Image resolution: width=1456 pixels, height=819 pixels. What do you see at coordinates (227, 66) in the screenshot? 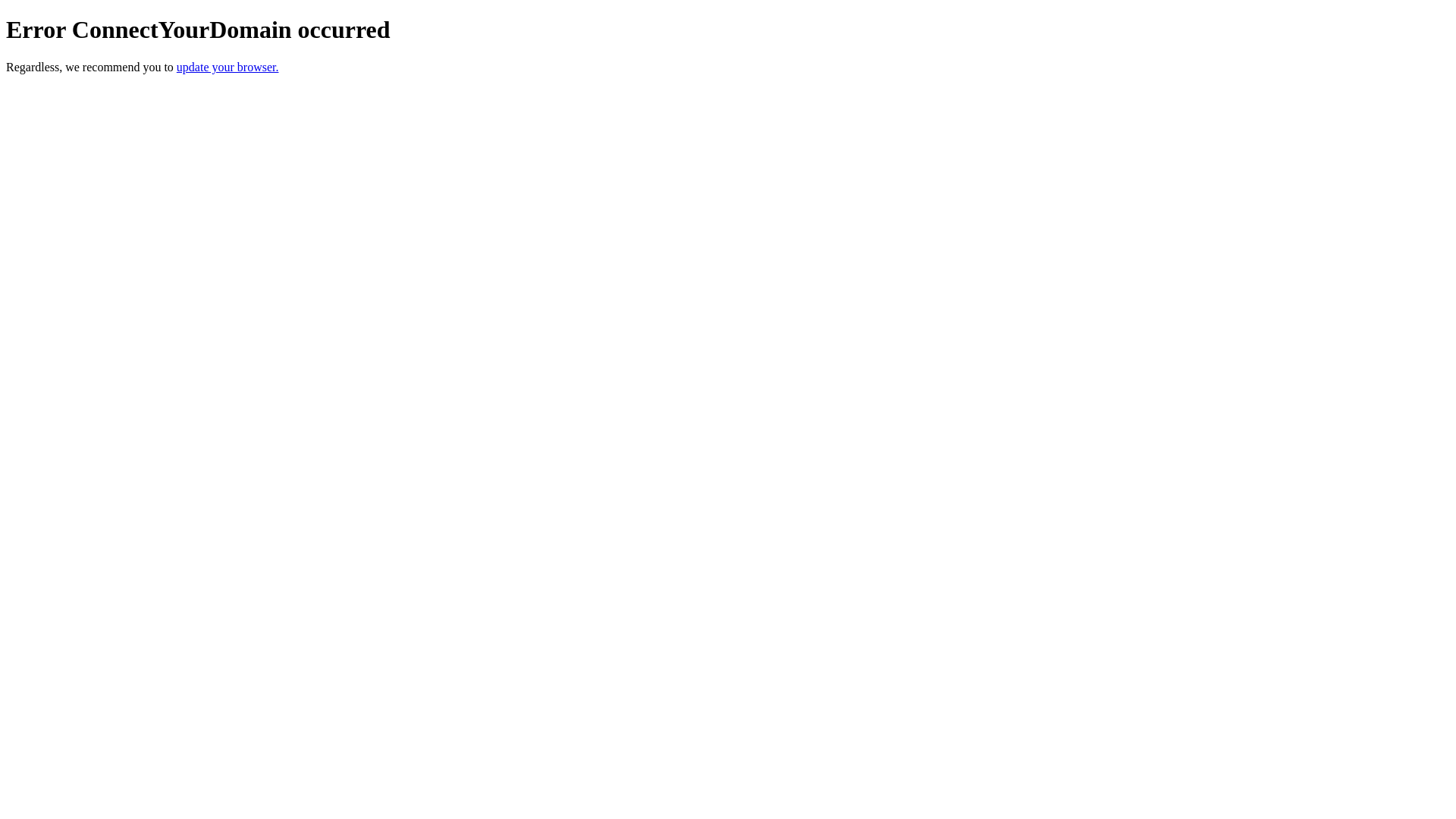
I see `'update your browser.'` at bounding box center [227, 66].